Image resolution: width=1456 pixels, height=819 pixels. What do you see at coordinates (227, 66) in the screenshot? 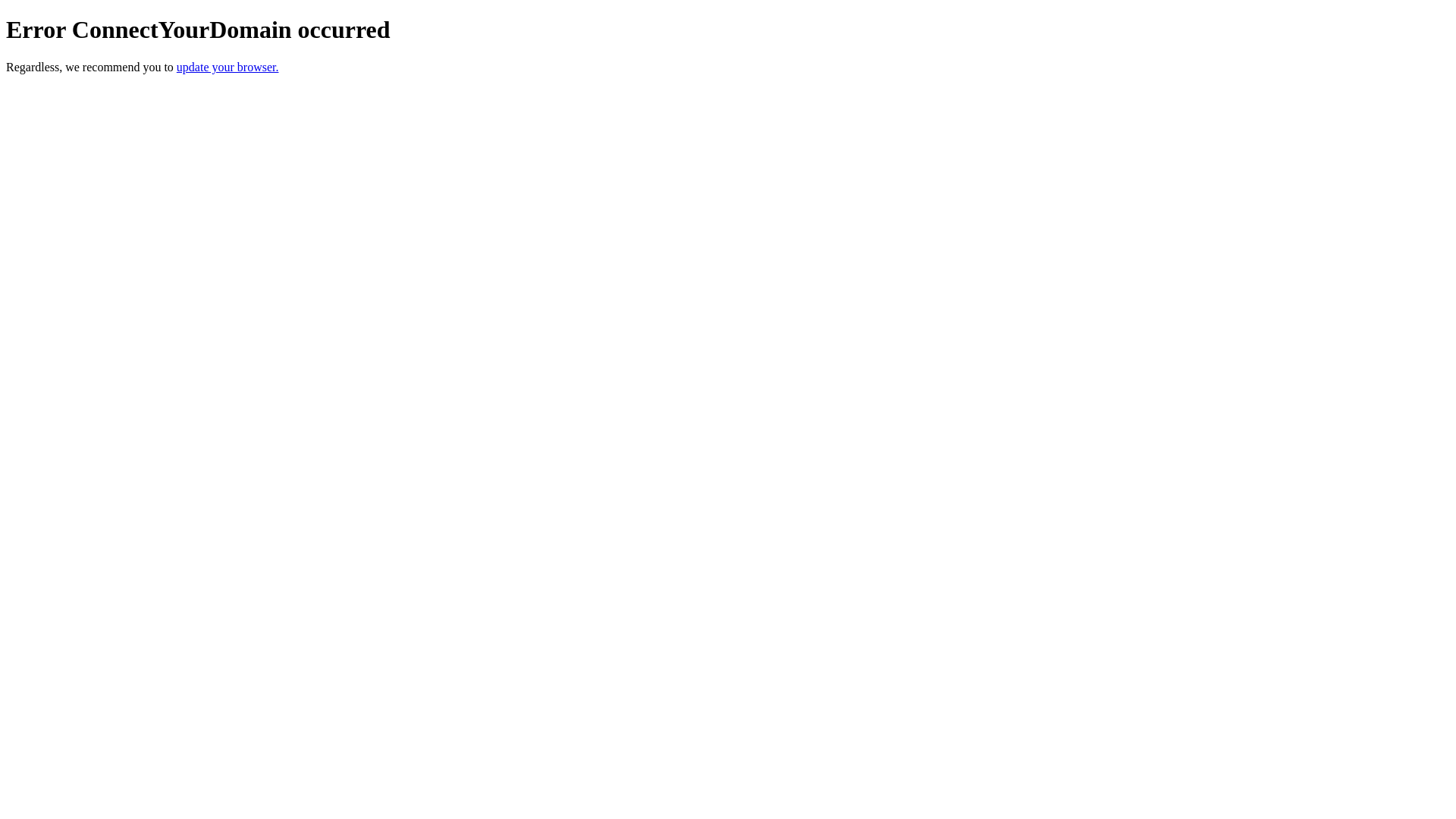
I see `'update your browser.'` at bounding box center [227, 66].